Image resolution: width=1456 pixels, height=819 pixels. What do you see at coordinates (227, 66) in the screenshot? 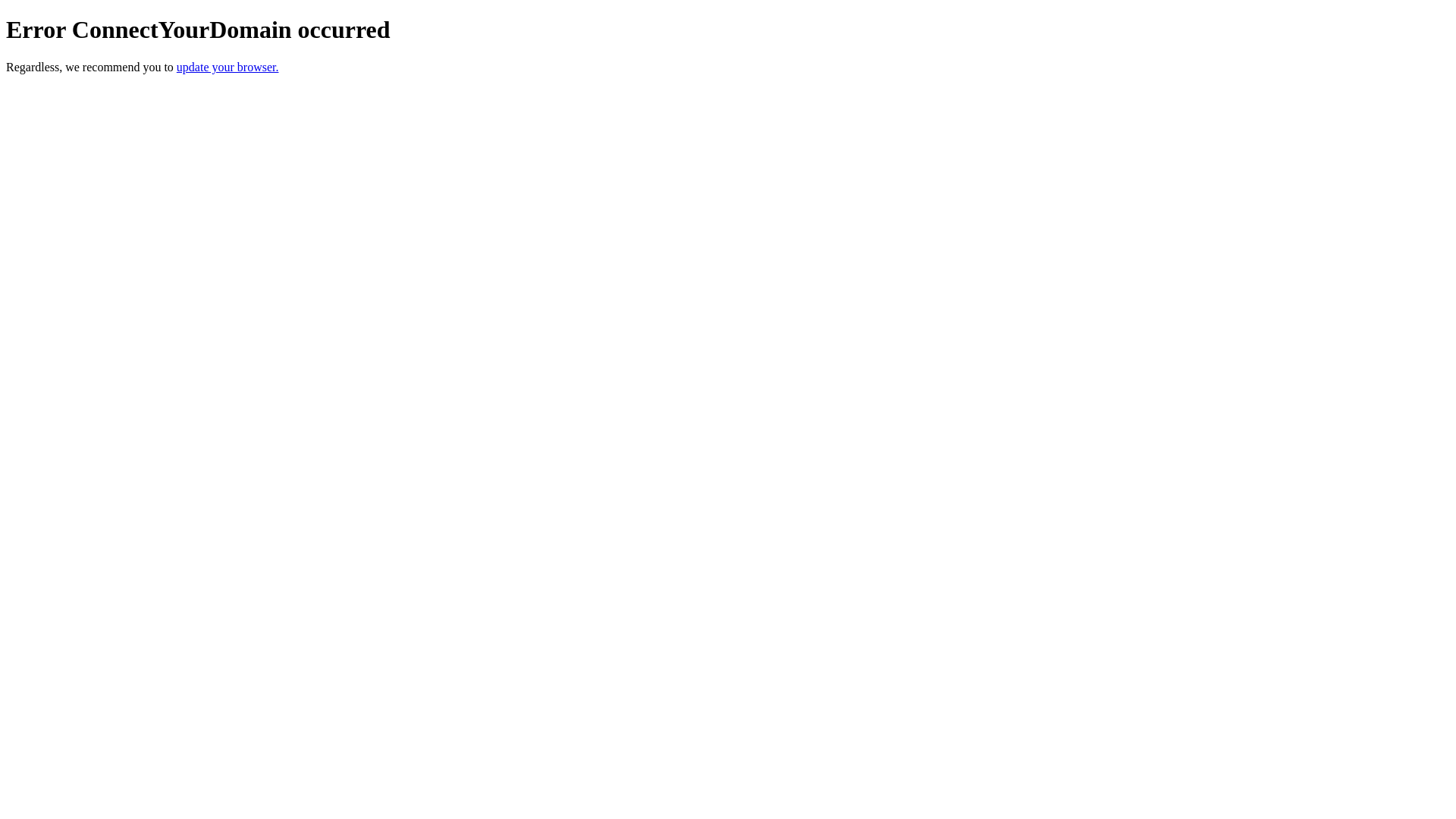
I see `'update your browser.'` at bounding box center [227, 66].